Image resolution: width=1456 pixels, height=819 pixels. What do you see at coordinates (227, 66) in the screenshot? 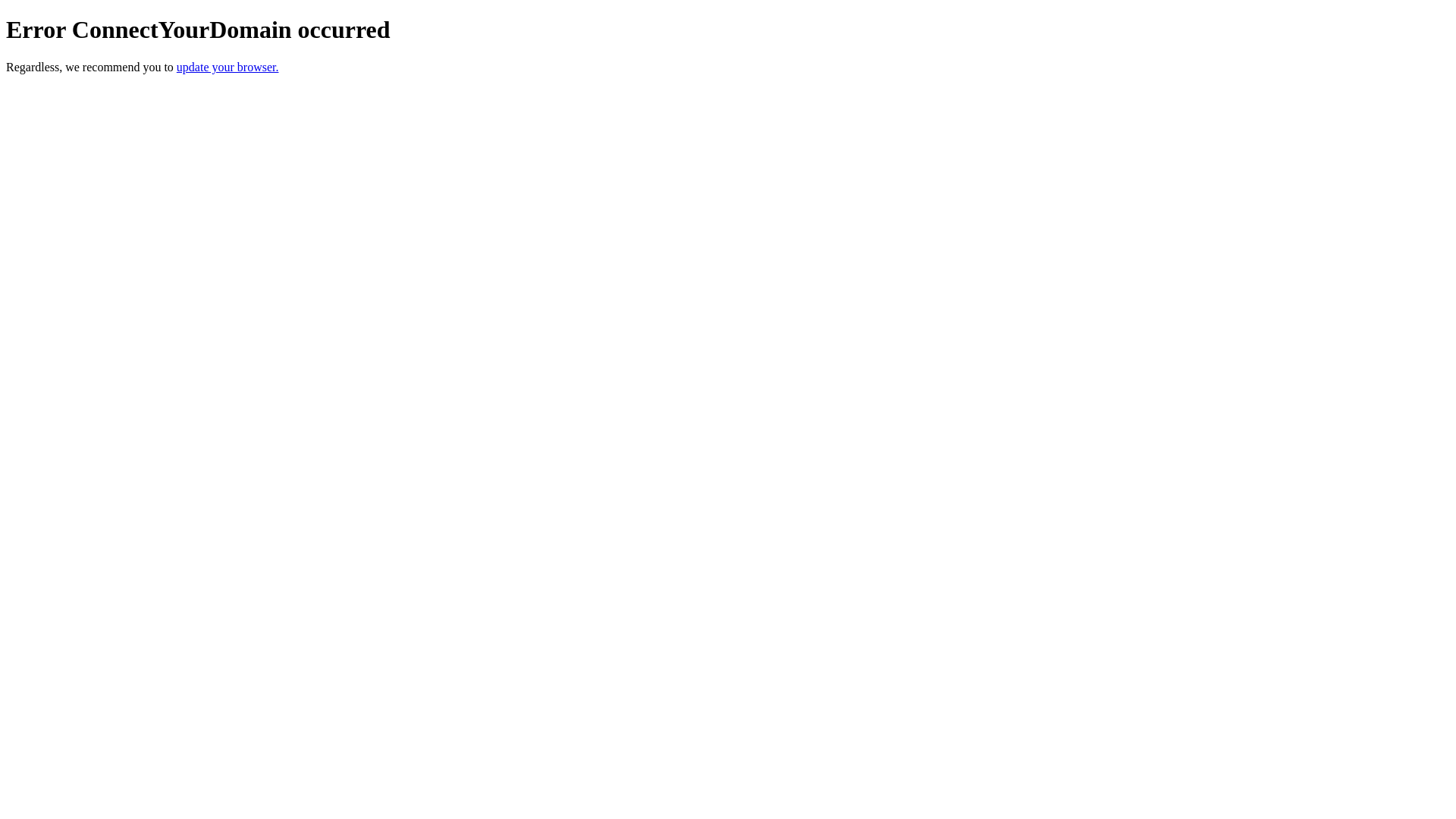
I see `'update your browser.'` at bounding box center [227, 66].